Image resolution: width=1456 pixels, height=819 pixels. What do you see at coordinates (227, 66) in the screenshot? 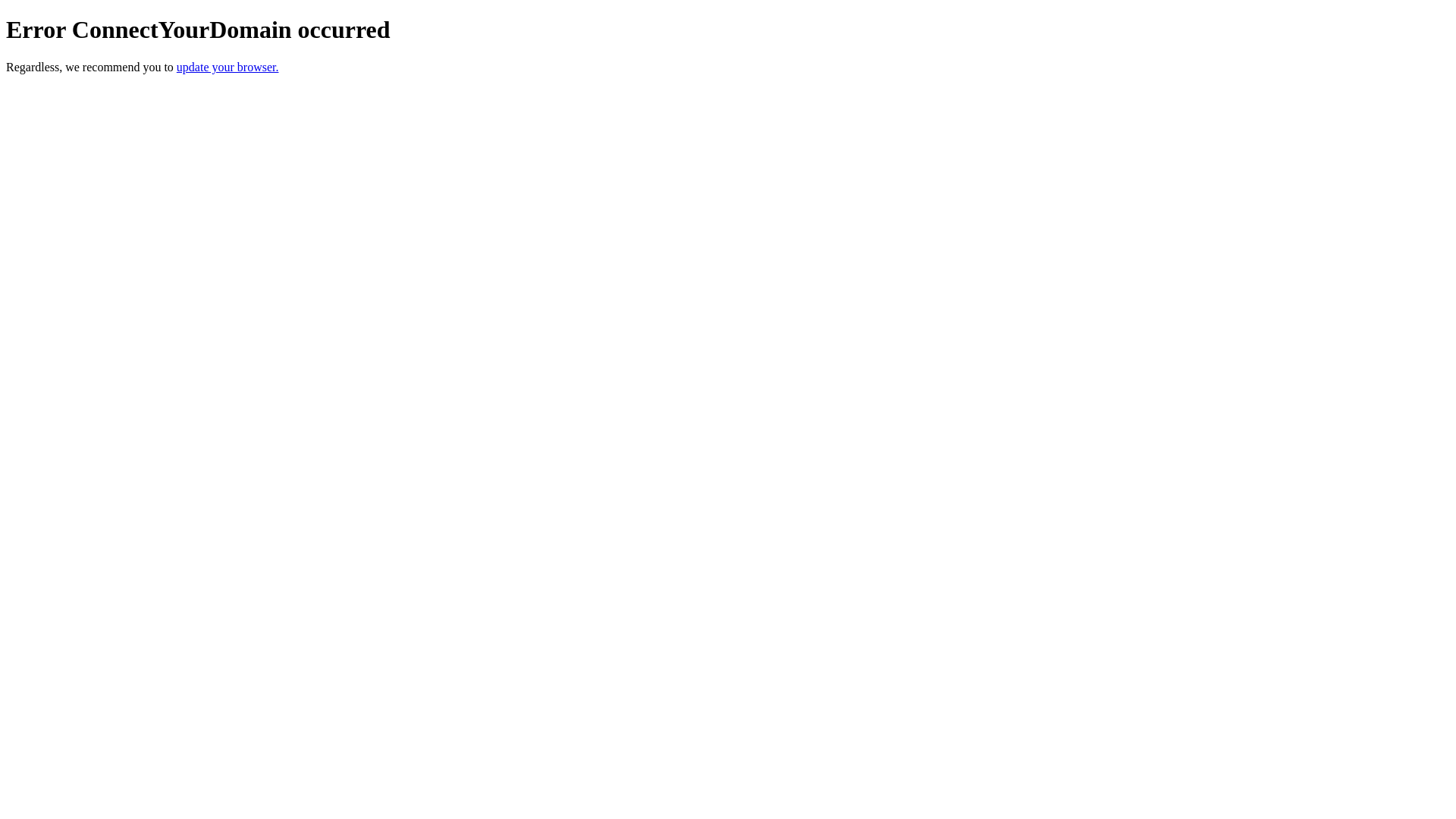
I see `'update your browser.'` at bounding box center [227, 66].